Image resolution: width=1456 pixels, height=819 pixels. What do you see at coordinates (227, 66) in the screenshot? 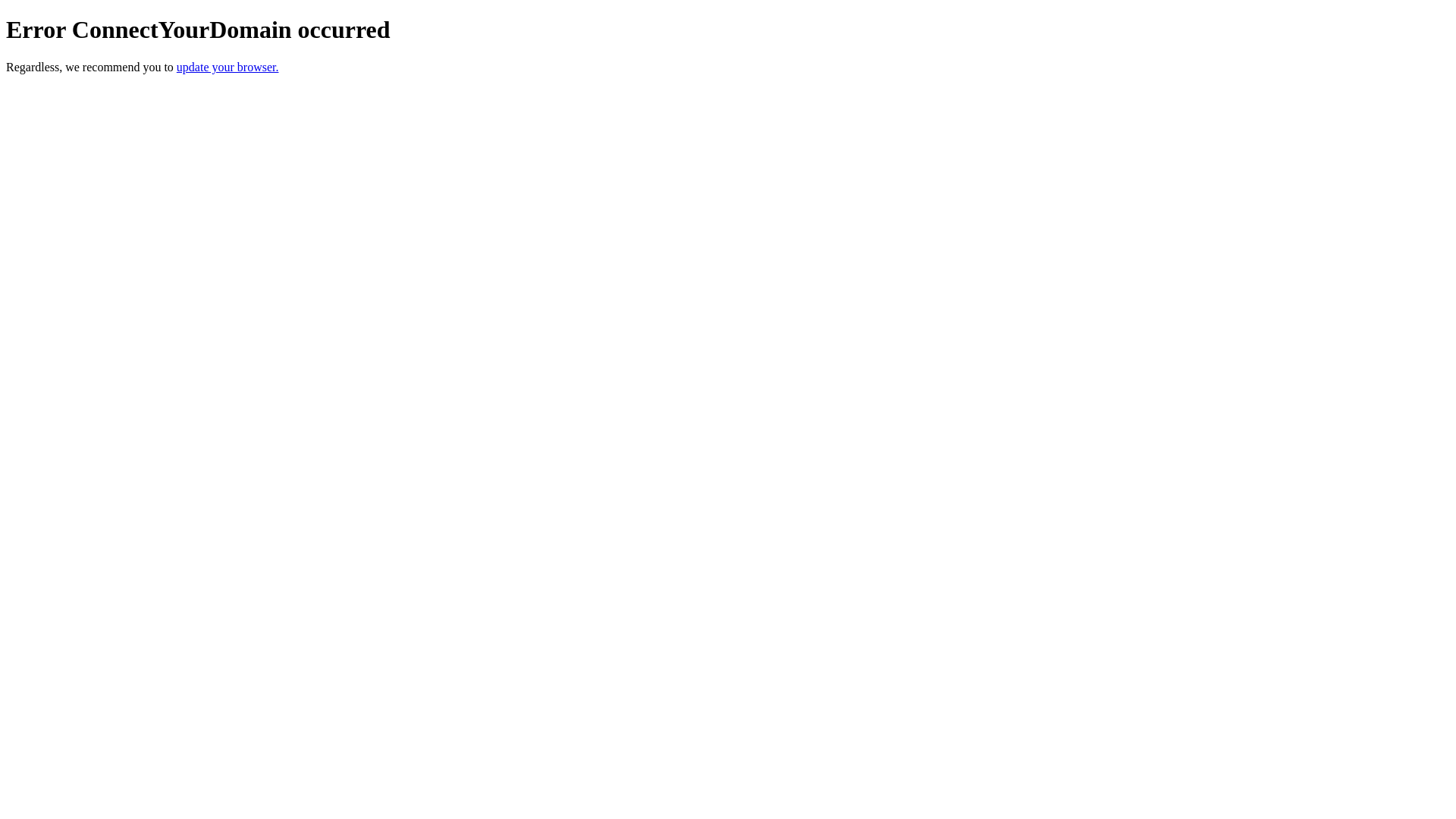
I see `'update your browser.'` at bounding box center [227, 66].